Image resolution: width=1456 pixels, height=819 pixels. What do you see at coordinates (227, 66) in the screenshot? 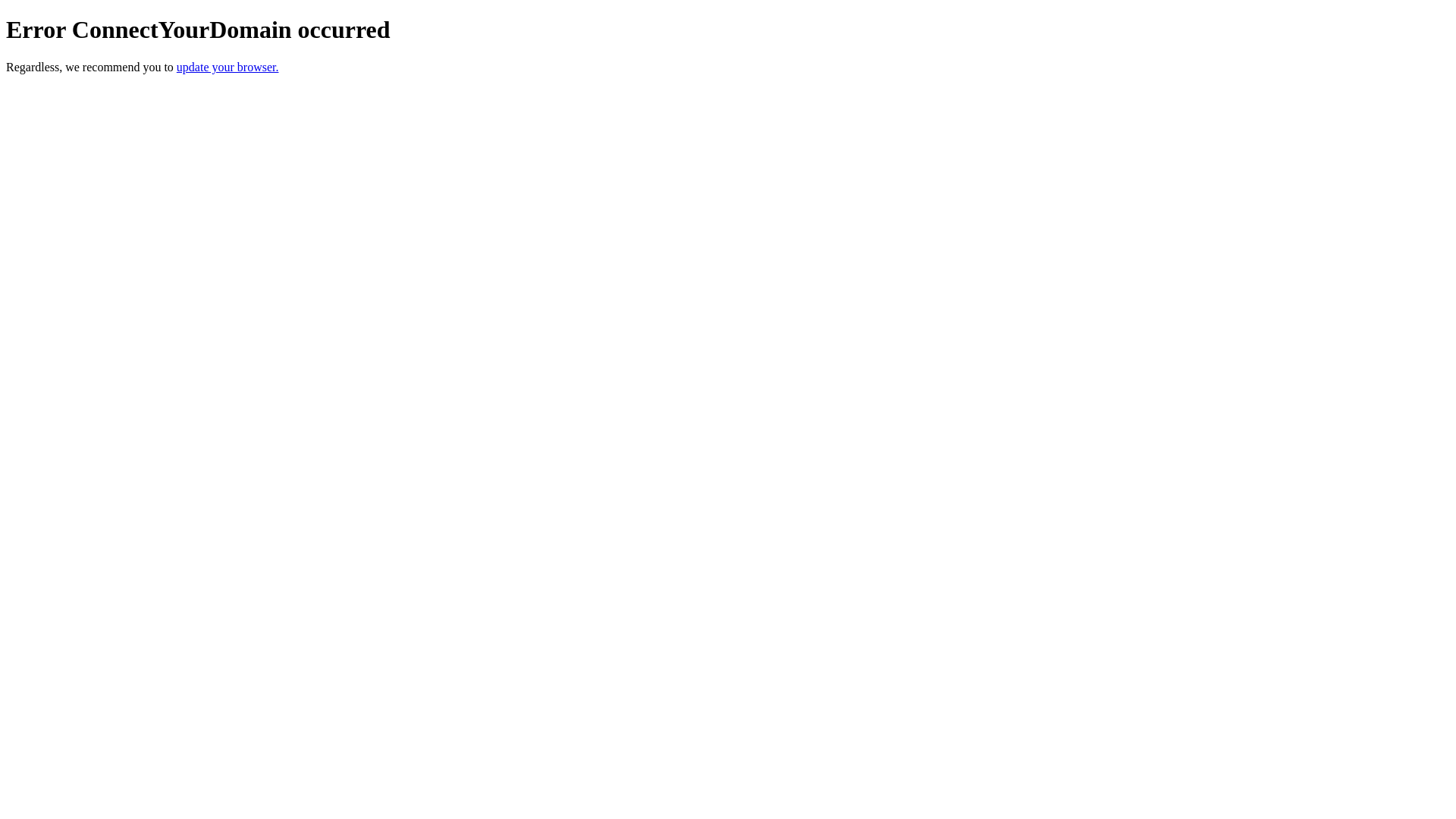
I see `'update your browser.'` at bounding box center [227, 66].